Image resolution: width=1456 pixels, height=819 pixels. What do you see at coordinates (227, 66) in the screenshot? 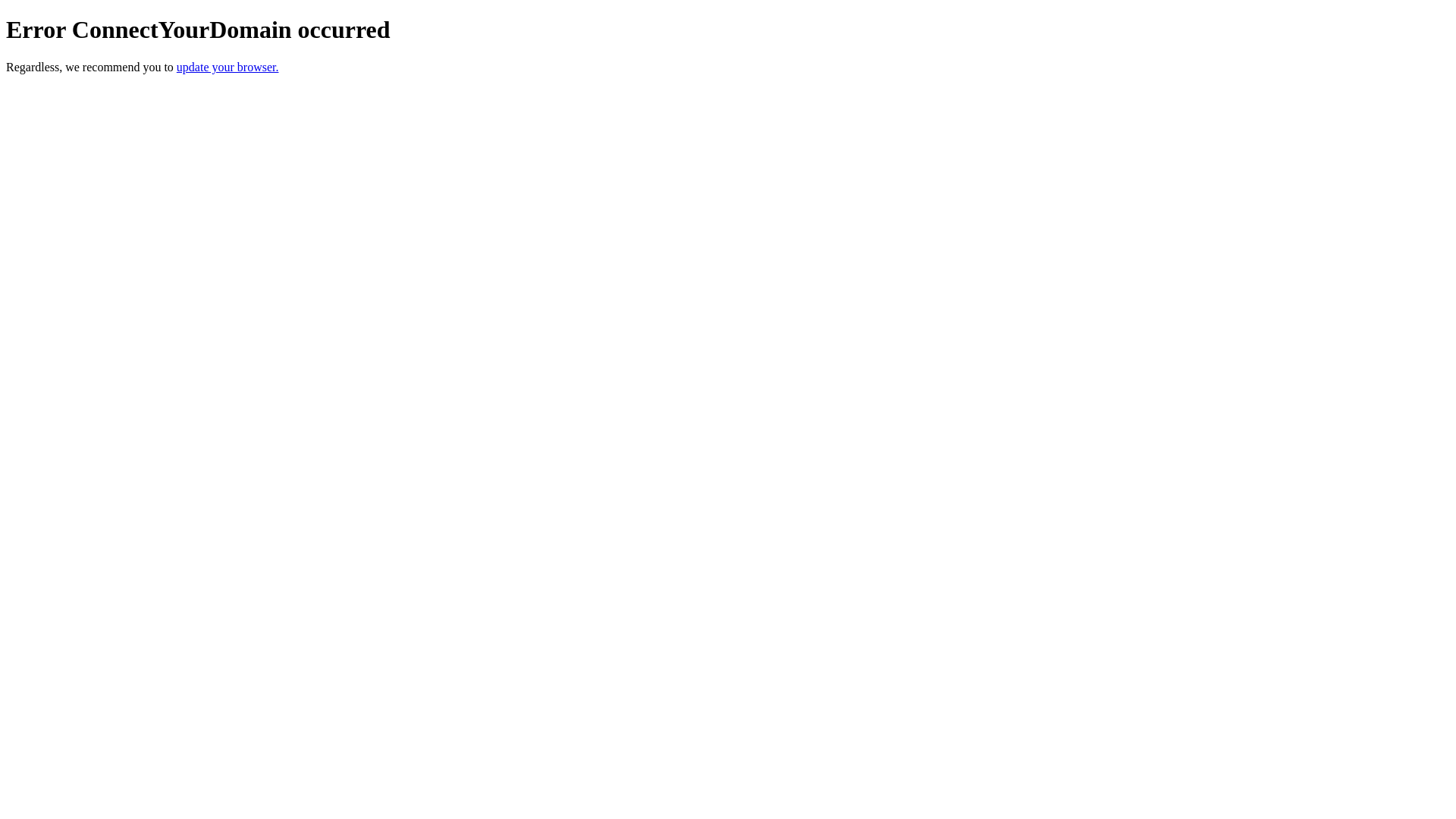
I see `'update your browser.'` at bounding box center [227, 66].